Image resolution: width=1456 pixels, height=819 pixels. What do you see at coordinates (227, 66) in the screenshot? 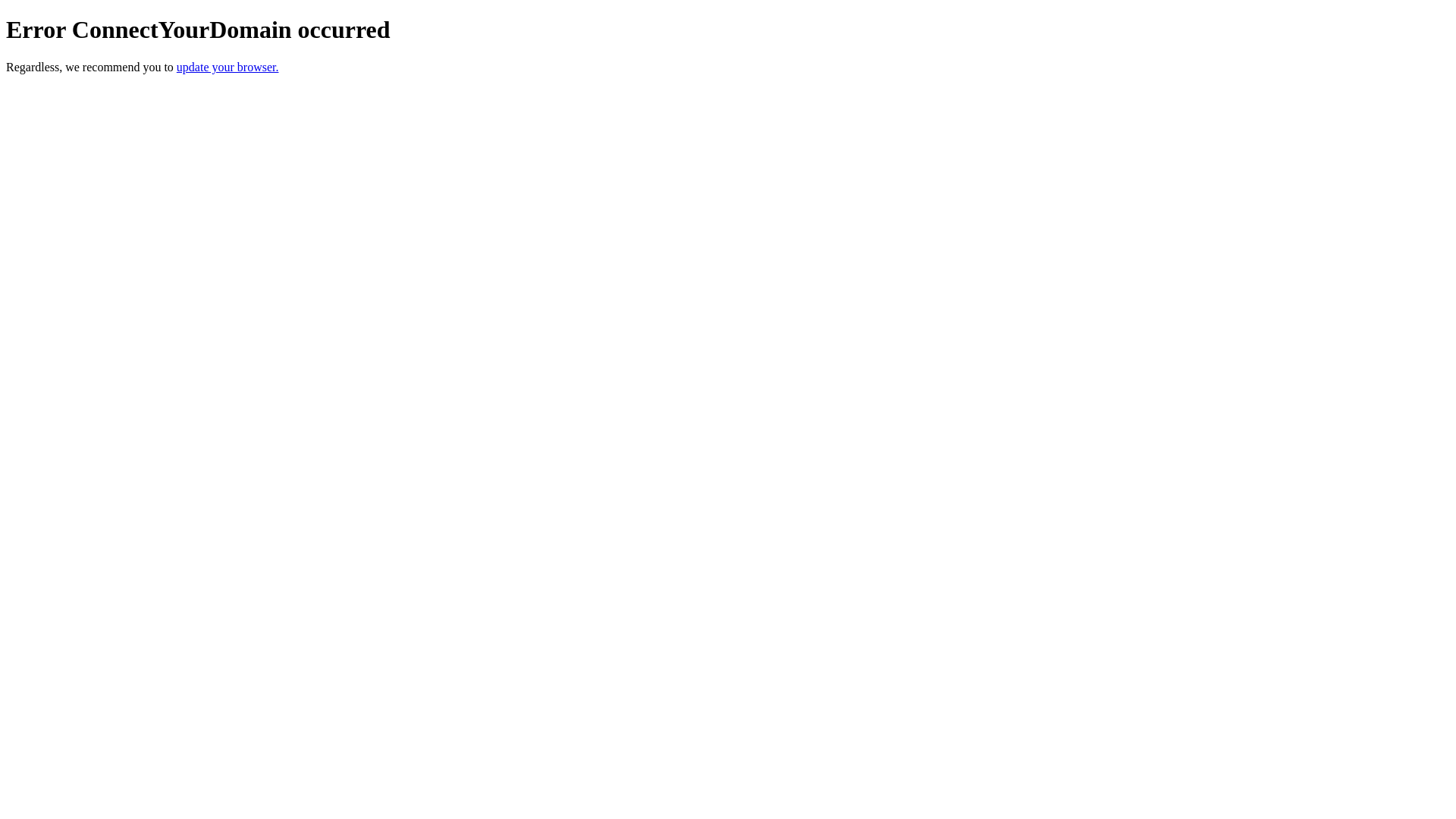
I see `'update your browser.'` at bounding box center [227, 66].